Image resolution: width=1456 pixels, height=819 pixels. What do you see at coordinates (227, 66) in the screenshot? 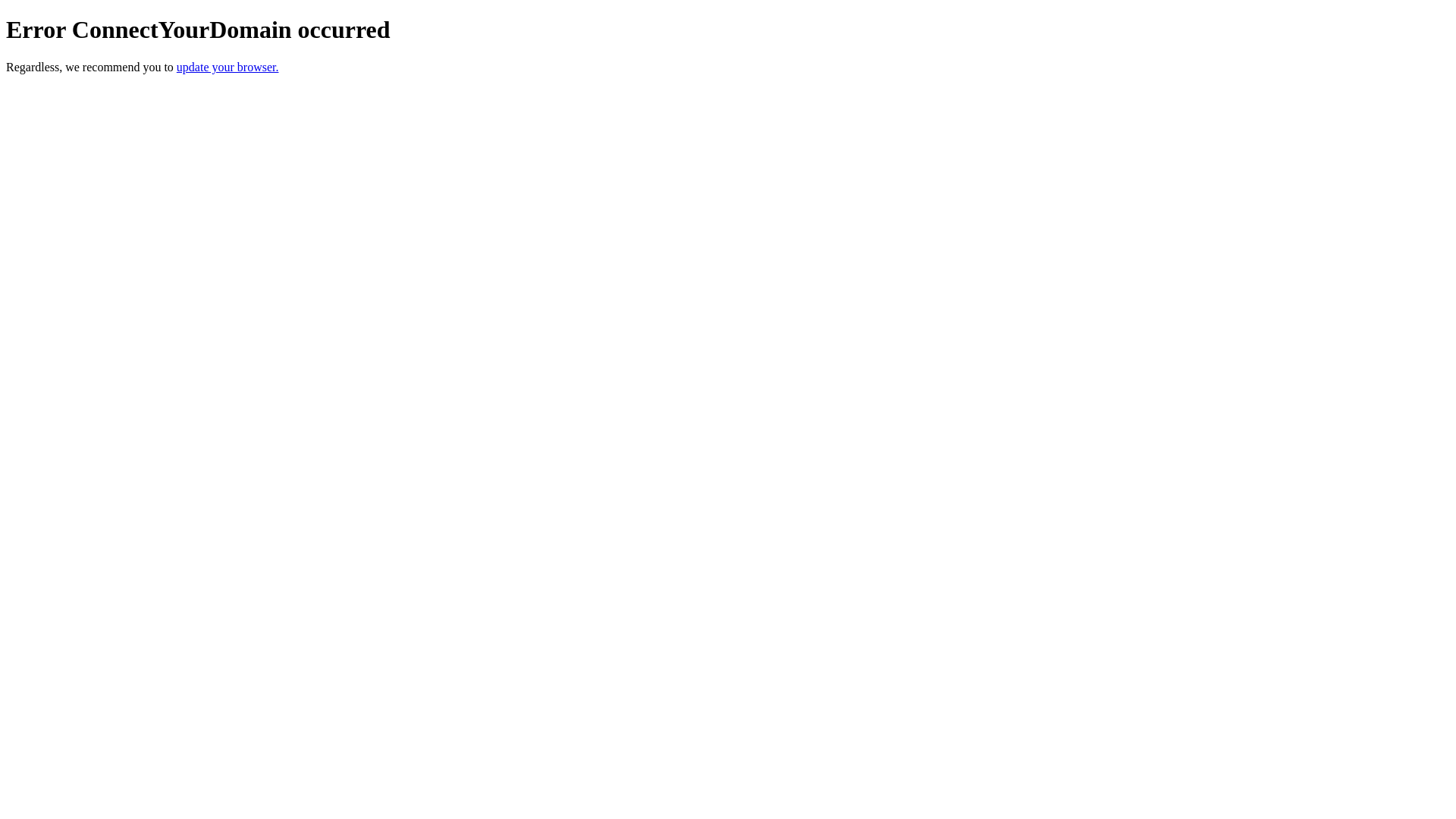
I see `'update your browser.'` at bounding box center [227, 66].